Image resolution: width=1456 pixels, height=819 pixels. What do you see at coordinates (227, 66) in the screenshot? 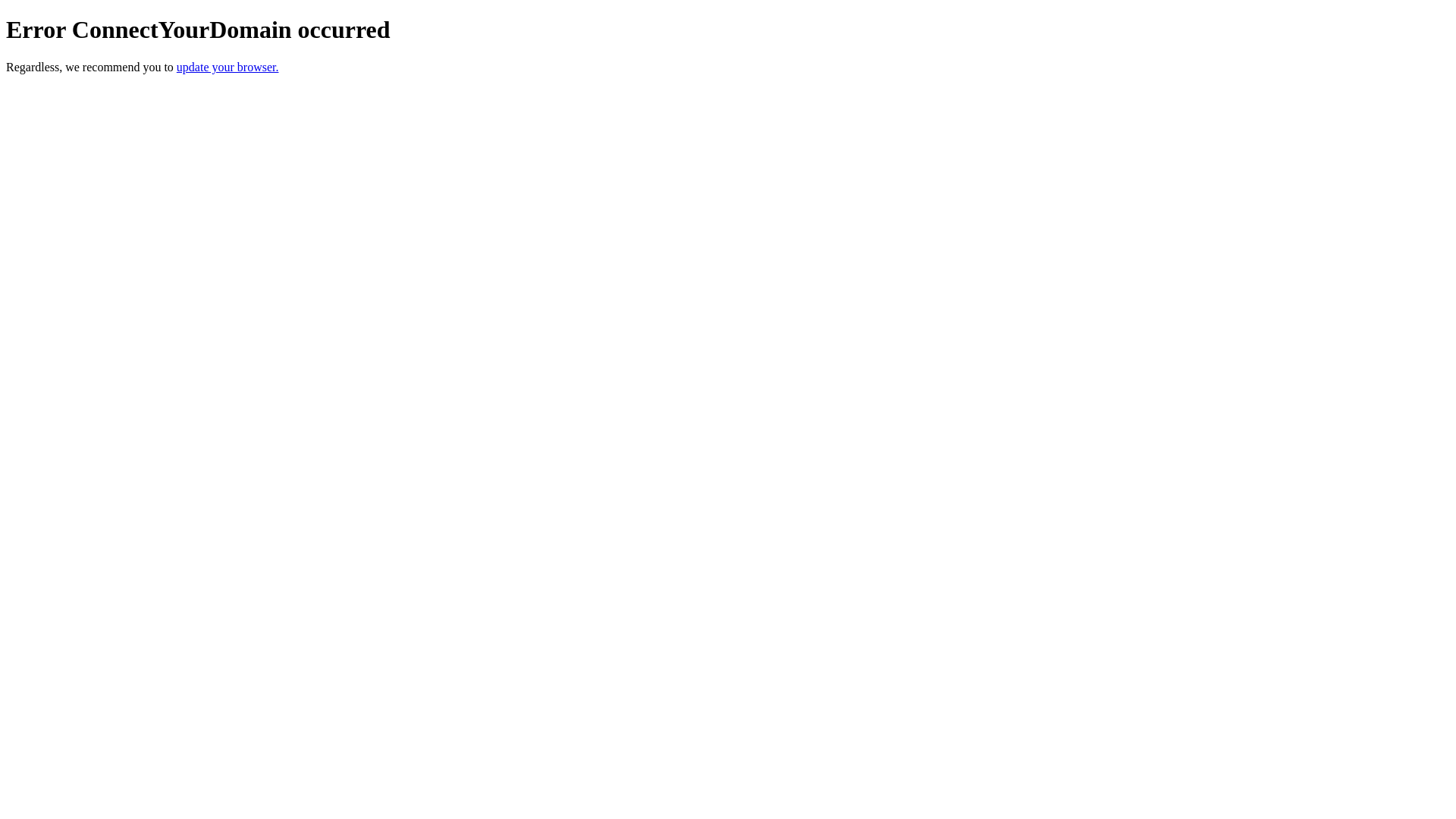
I see `'update your browser.'` at bounding box center [227, 66].